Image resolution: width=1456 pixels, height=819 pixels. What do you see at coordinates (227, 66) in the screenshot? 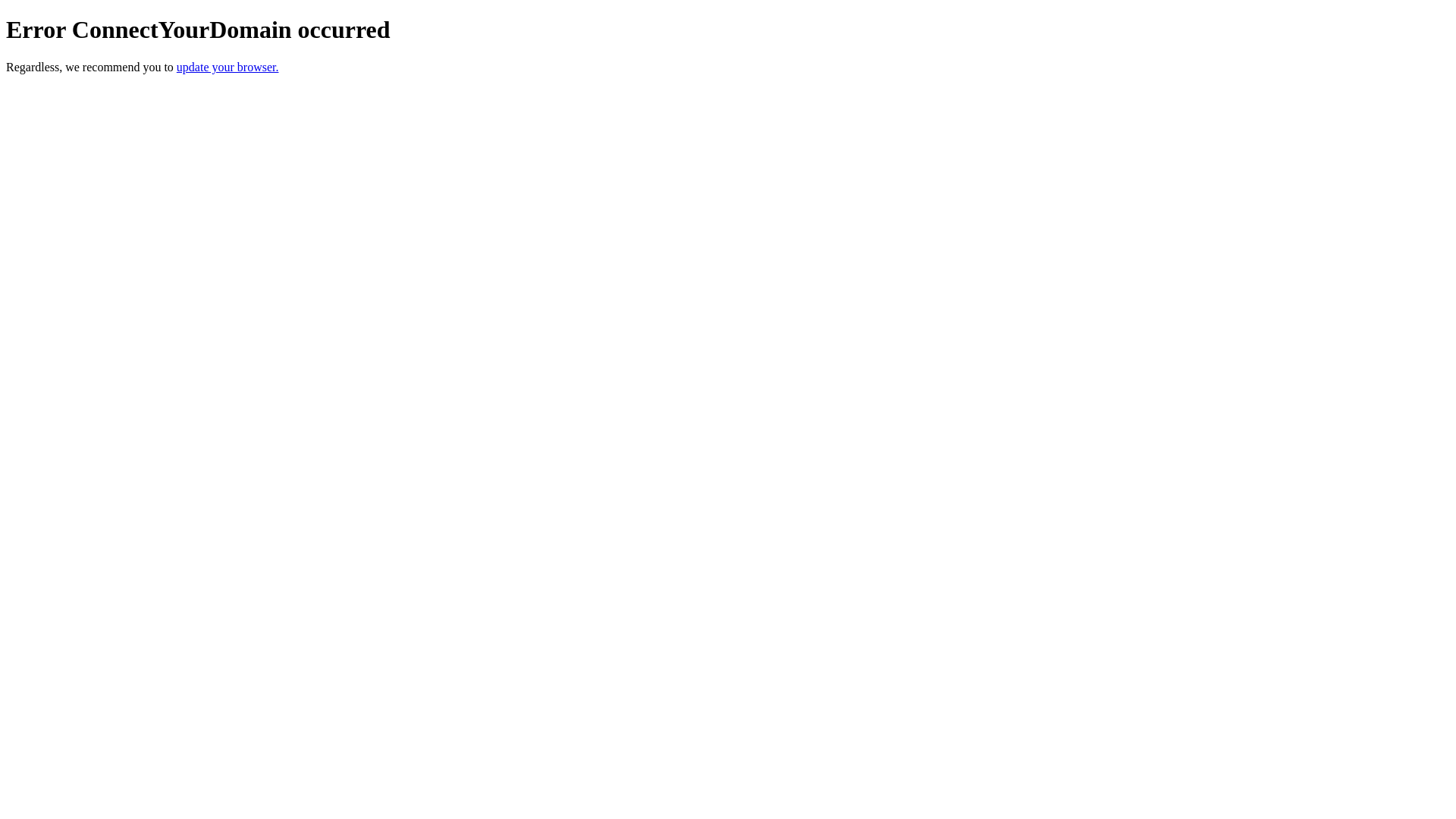
I see `'update your browser.'` at bounding box center [227, 66].